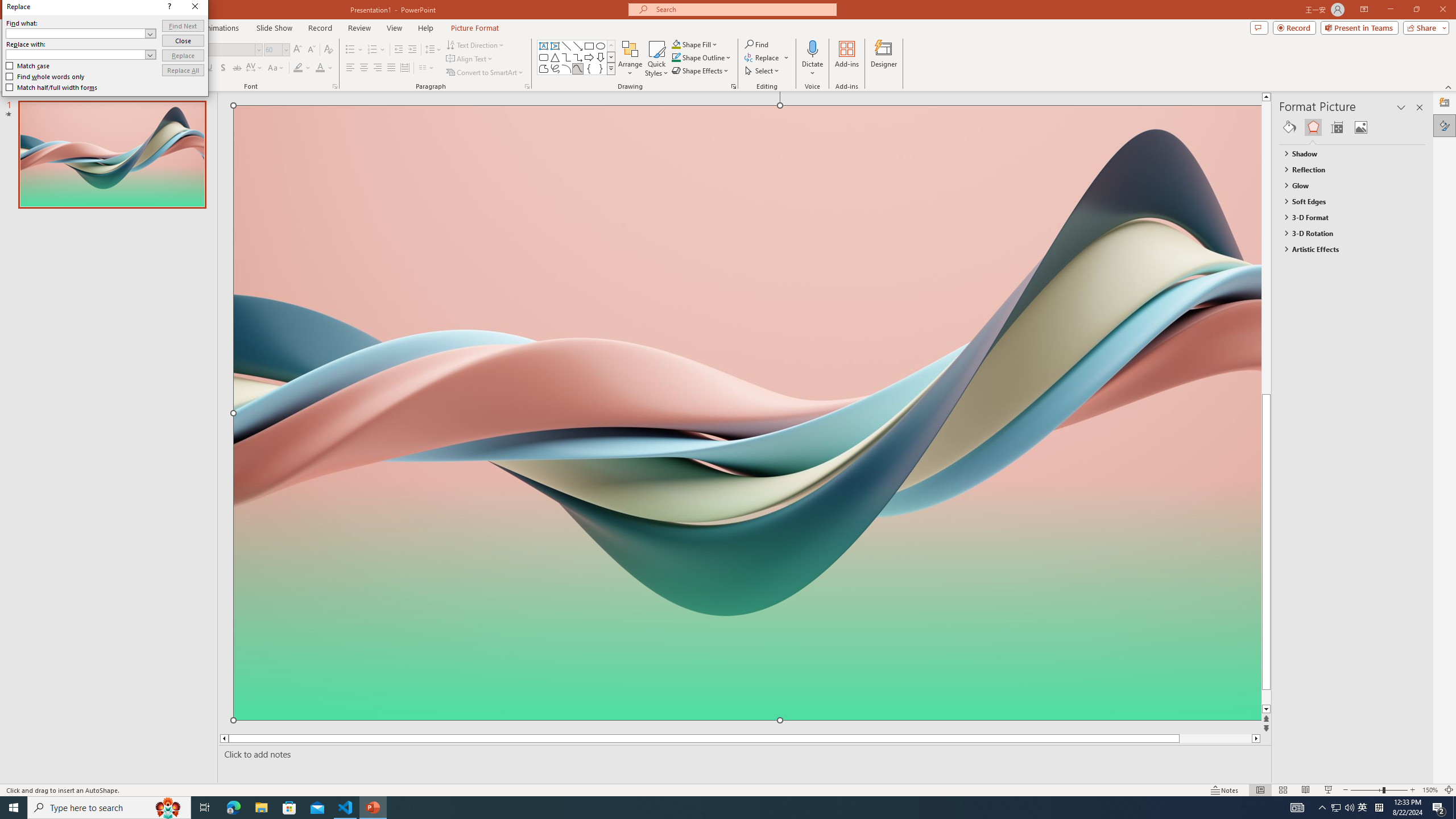 The width and height of the screenshot is (1456, 819). Describe the element at coordinates (183, 55) in the screenshot. I see `'Replace'` at that location.